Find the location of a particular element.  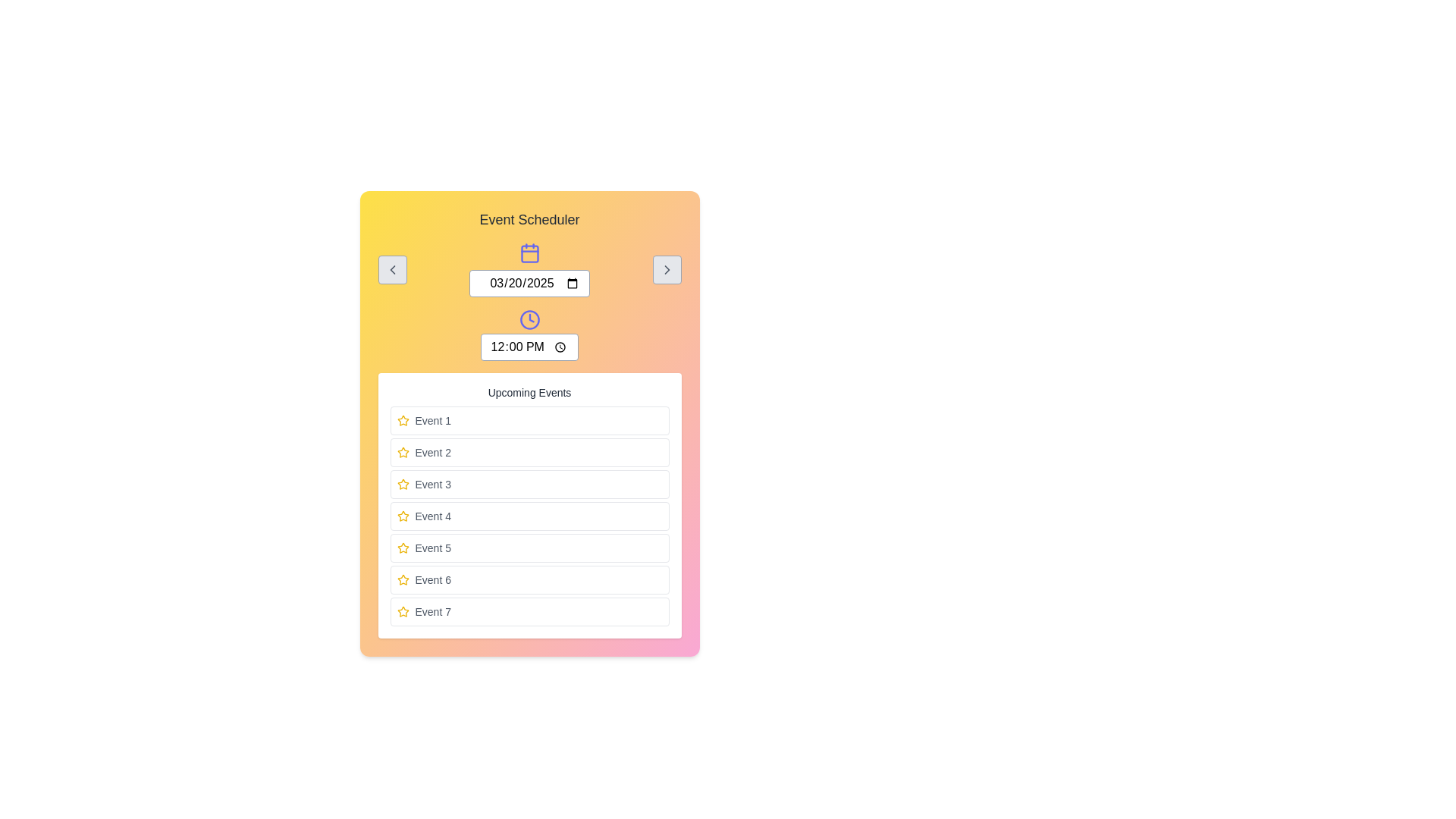

the star icon is located at coordinates (403, 579).